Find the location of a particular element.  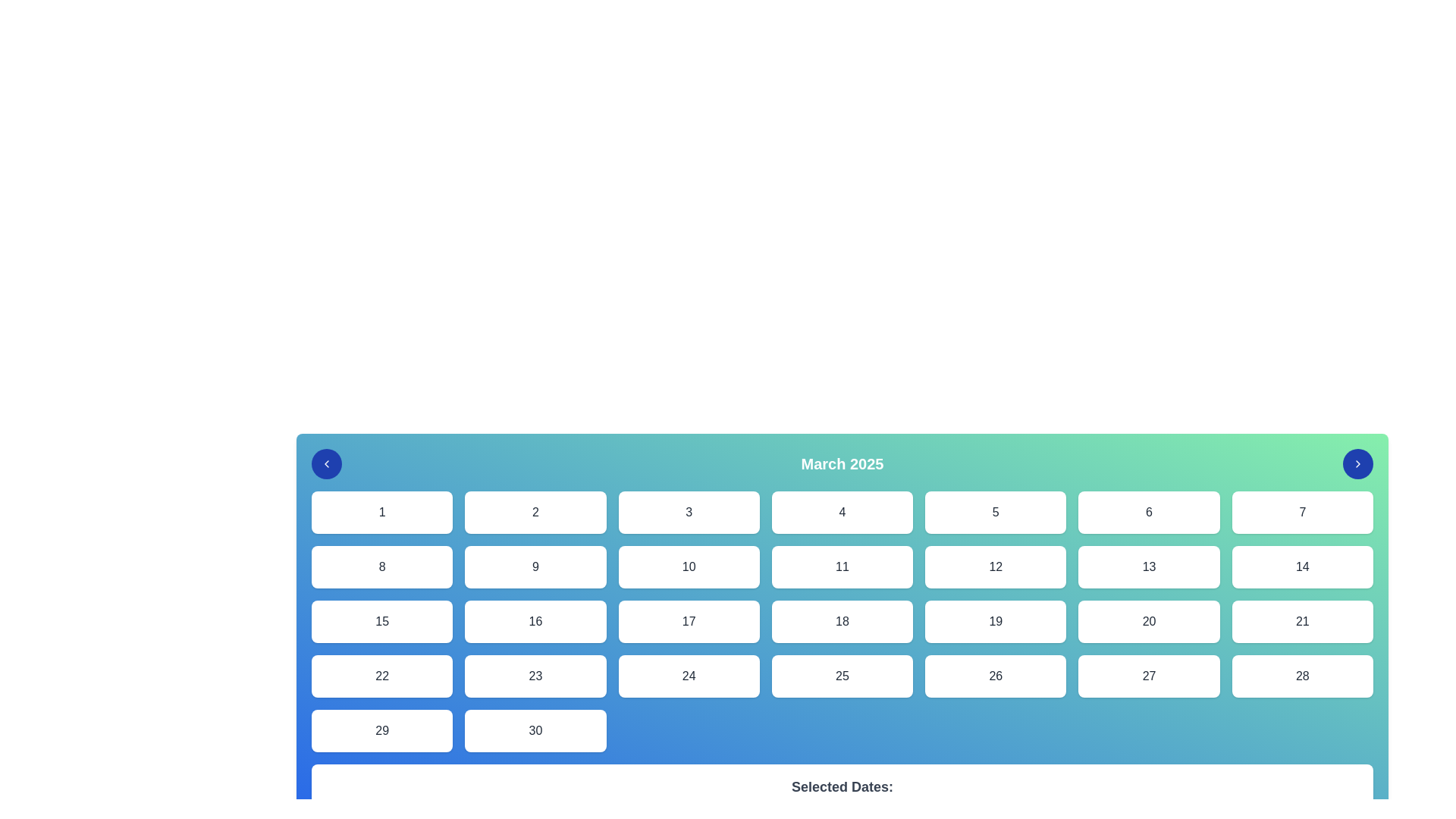

the button representing the selectable date (the eleventh day) in the month-view calendar, located in the second row and fourth column of the grid layout is located at coordinates (841, 567).